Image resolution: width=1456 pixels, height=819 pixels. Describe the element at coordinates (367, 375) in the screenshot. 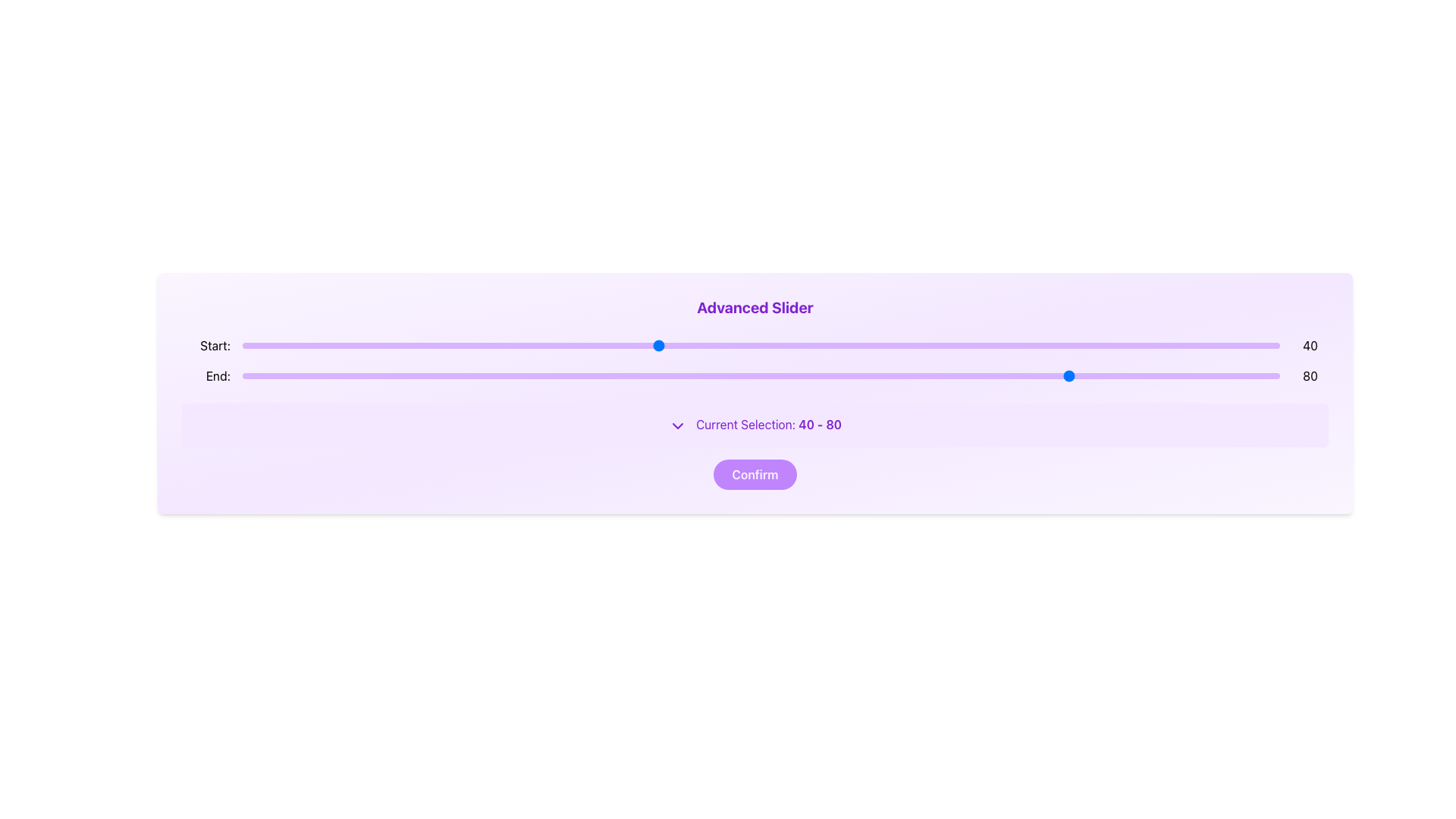

I see `the slider value` at that location.